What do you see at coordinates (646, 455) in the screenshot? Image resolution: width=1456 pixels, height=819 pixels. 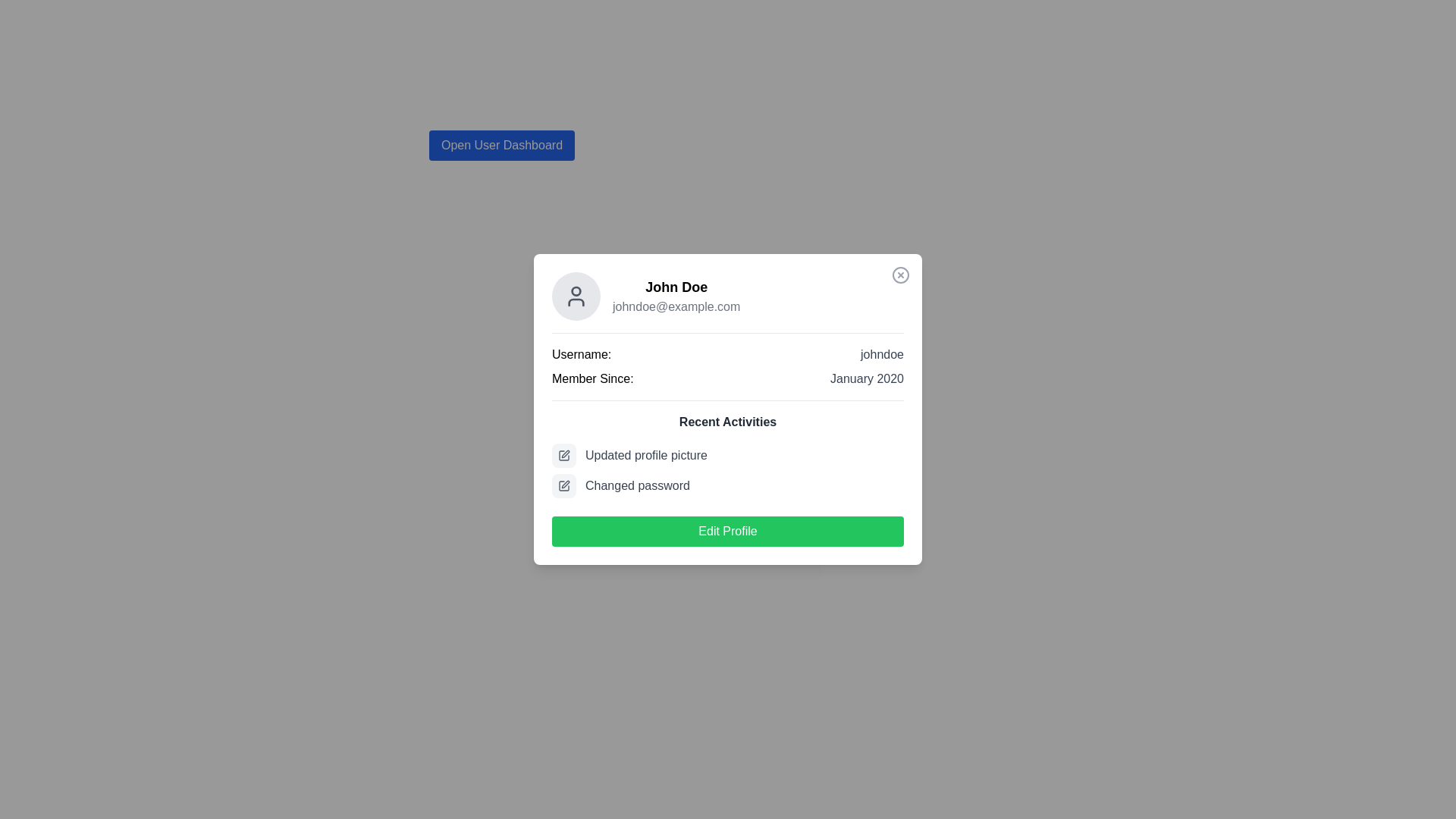 I see `the static text element that provides descriptive information about recent activities, located under the 'Recent Activities' title section in the profile card` at bounding box center [646, 455].